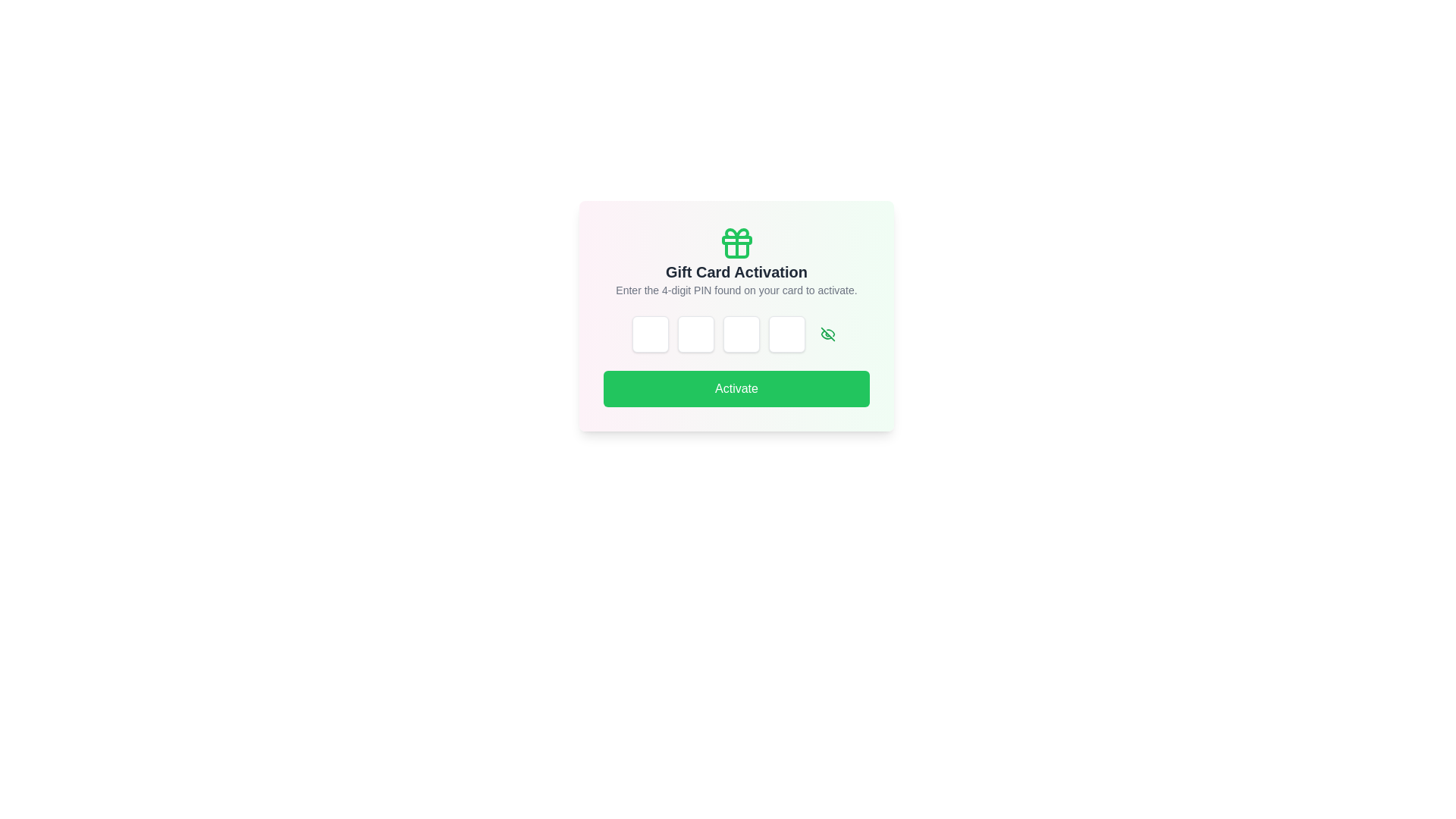  What do you see at coordinates (736, 388) in the screenshot?
I see `the 'Activate' button, which is a rectangular button with rounded edges, bright green background, and white text, located at the bottom of the card layout` at bounding box center [736, 388].